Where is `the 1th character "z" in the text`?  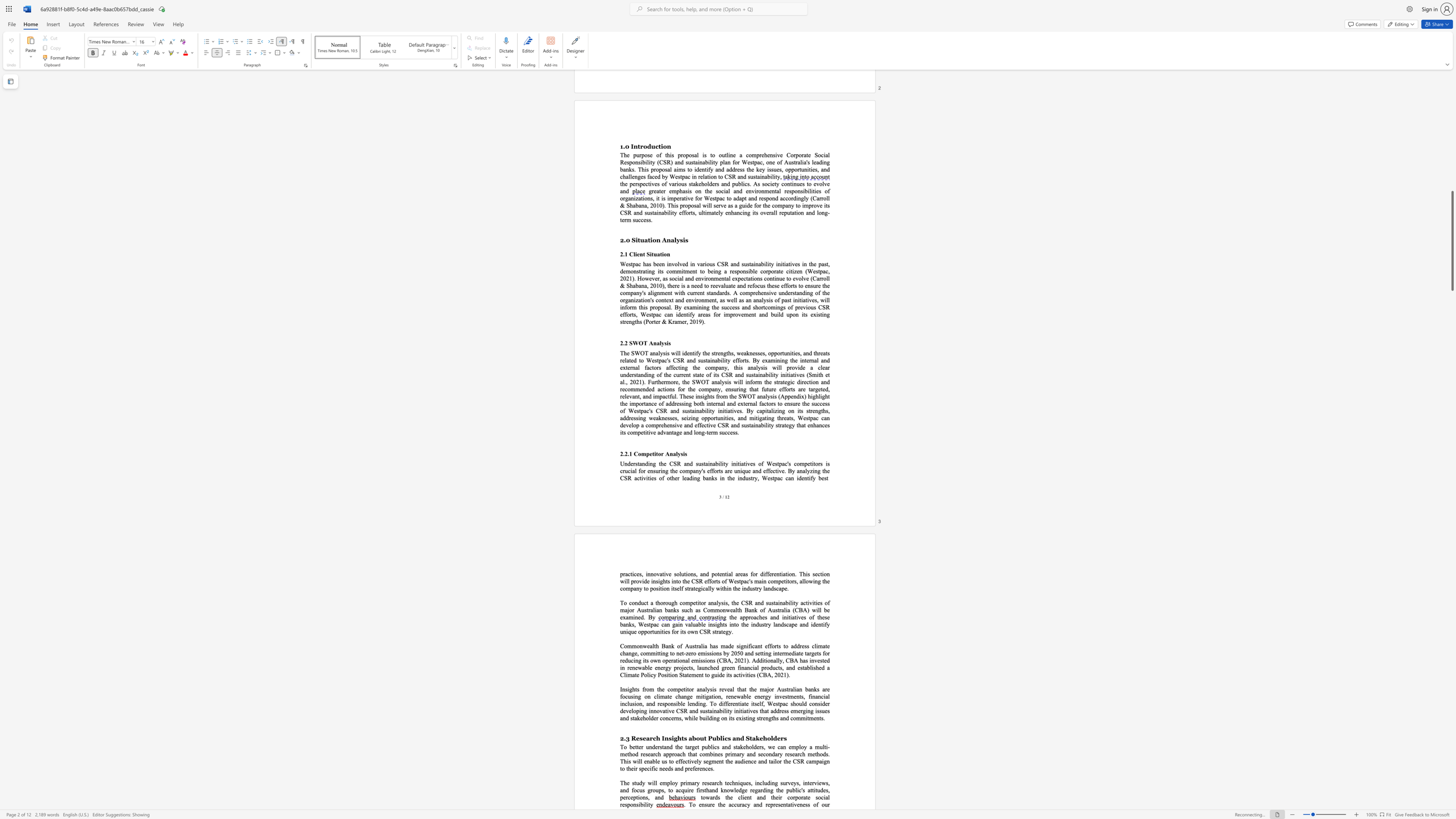
the 1th character "z" in the text is located at coordinates (811, 470).